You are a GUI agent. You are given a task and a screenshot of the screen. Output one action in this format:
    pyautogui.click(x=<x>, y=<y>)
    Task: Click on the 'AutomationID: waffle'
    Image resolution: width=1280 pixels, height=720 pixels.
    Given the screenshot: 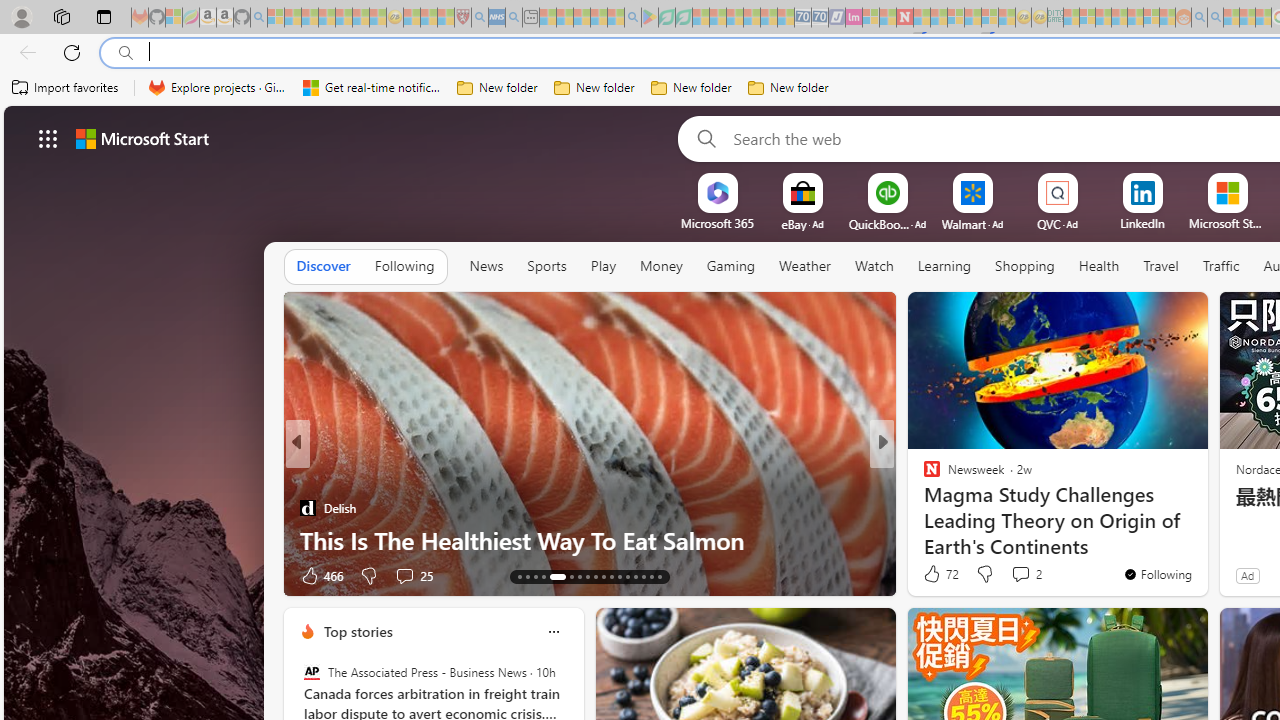 What is the action you would take?
    pyautogui.click(x=48, y=137)
    